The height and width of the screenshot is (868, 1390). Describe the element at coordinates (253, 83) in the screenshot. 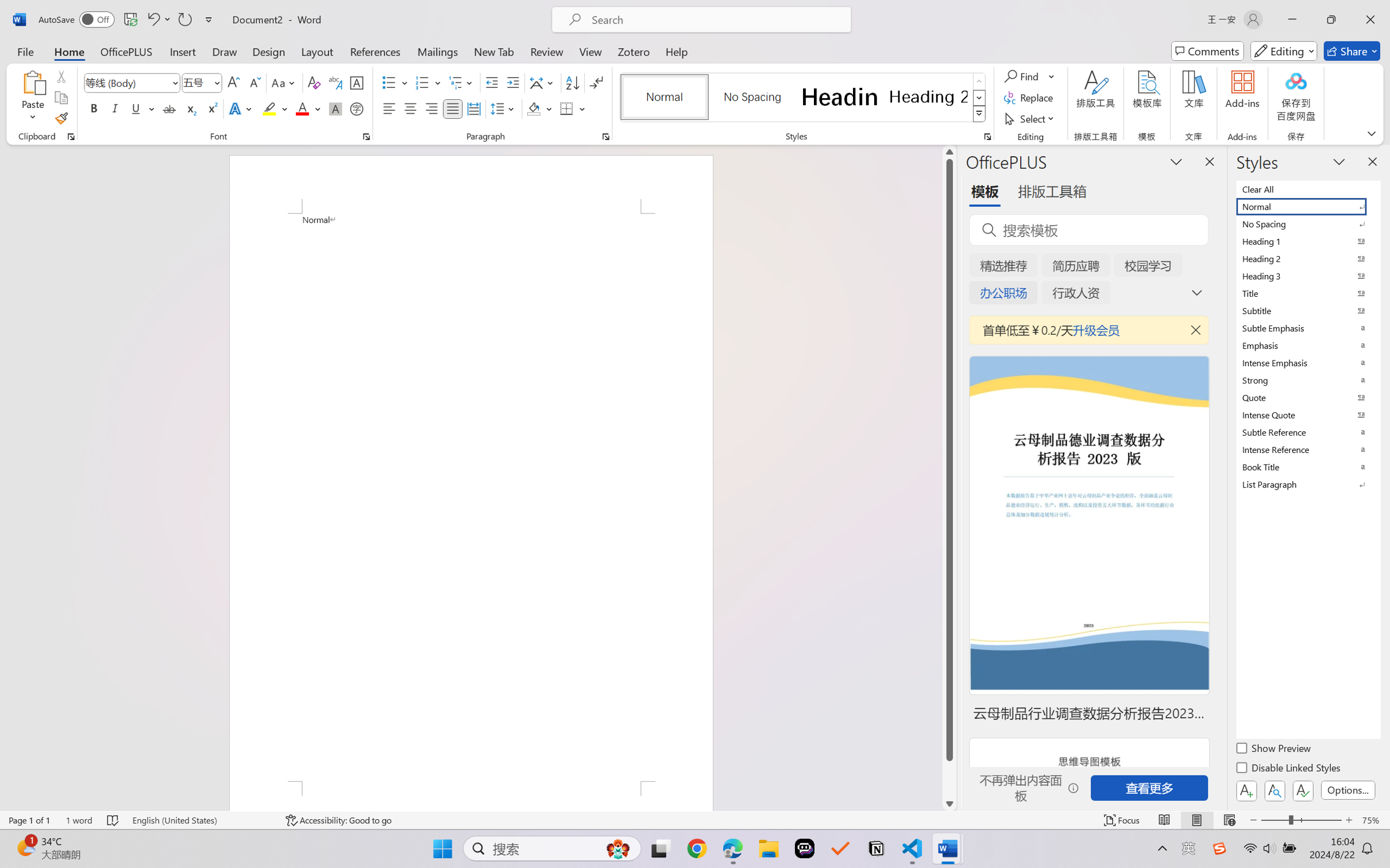

I see `'Shrink Font'` at that location.